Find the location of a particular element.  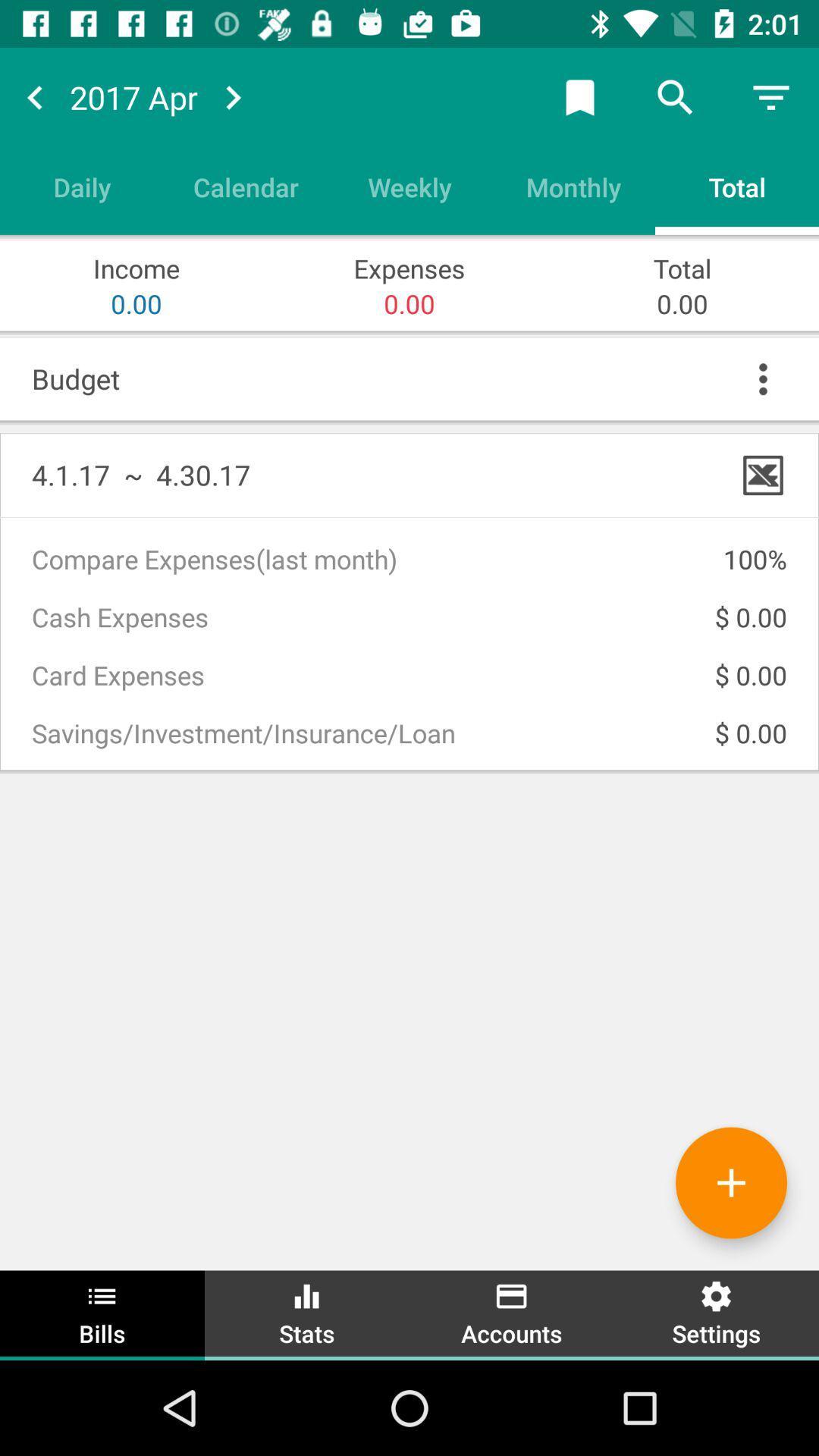

the icon next to daily icon is located at coordinates (245, 186).